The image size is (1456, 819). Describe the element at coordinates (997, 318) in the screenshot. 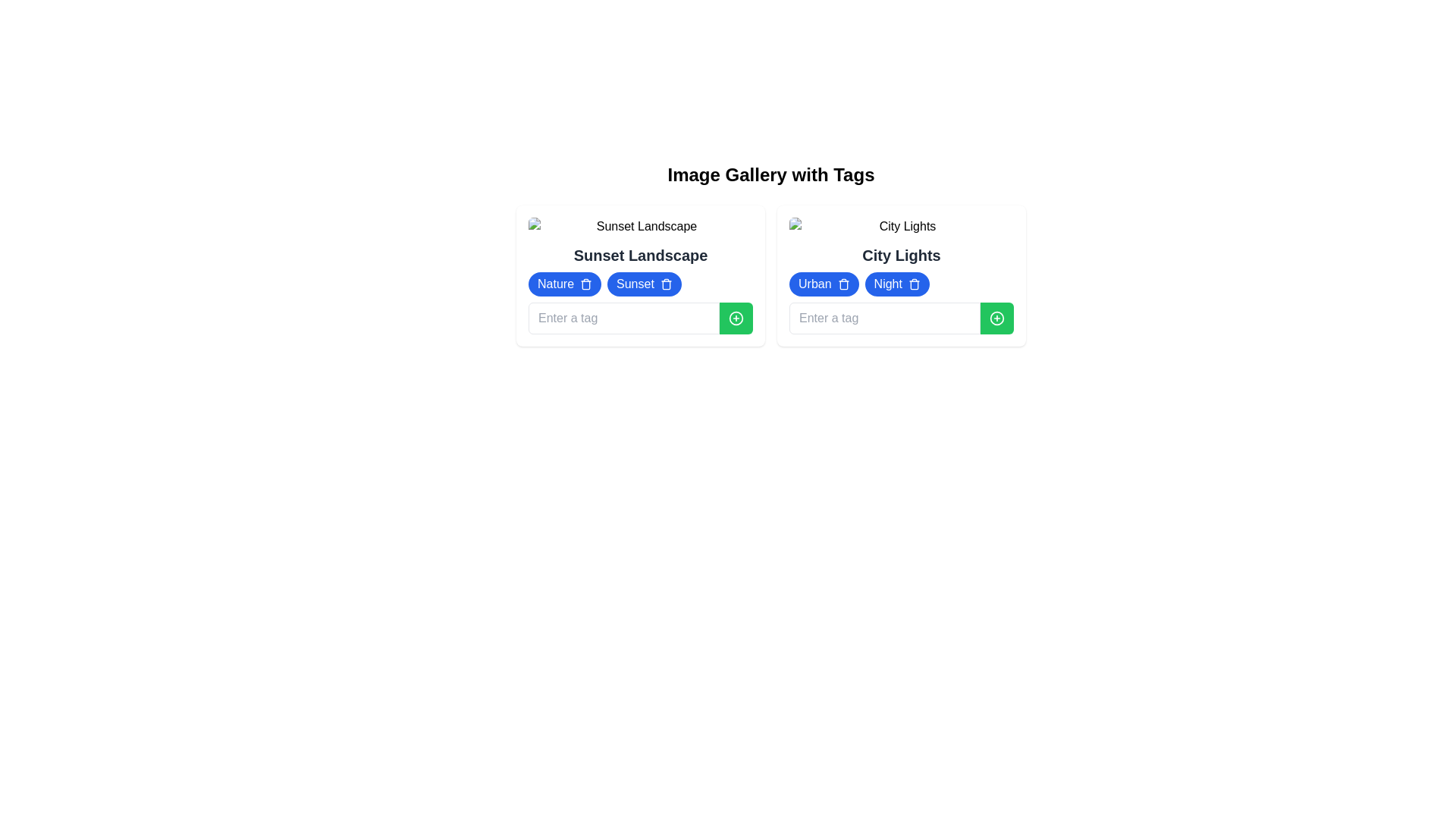

I see `the circular icon located on the right side of the 'City Lights' section, which is part of an interactive button for adding a tag` at that location.